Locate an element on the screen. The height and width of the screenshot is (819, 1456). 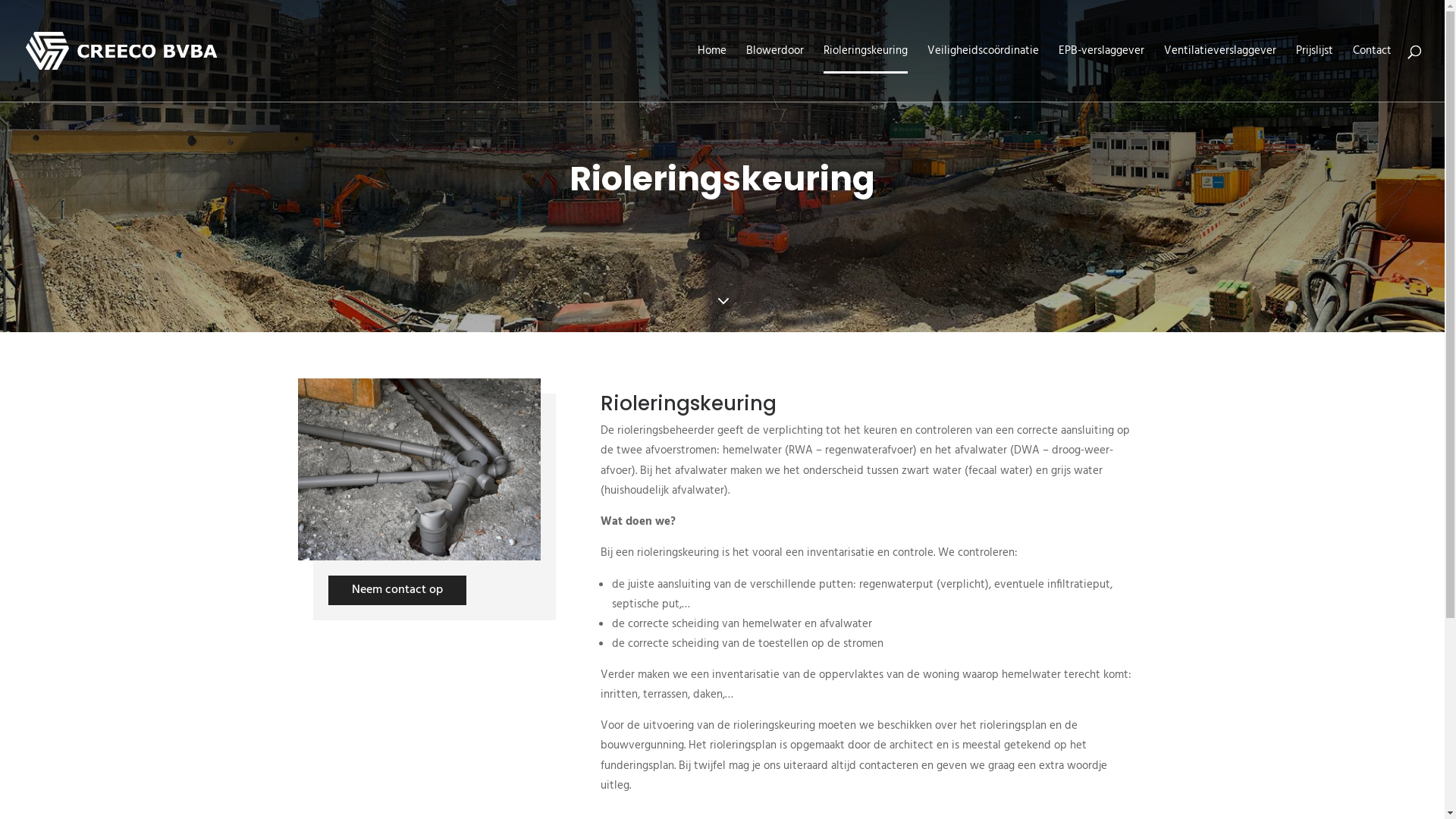
'Ventilatieverslaggever' is located at coordinates (1219, 73).